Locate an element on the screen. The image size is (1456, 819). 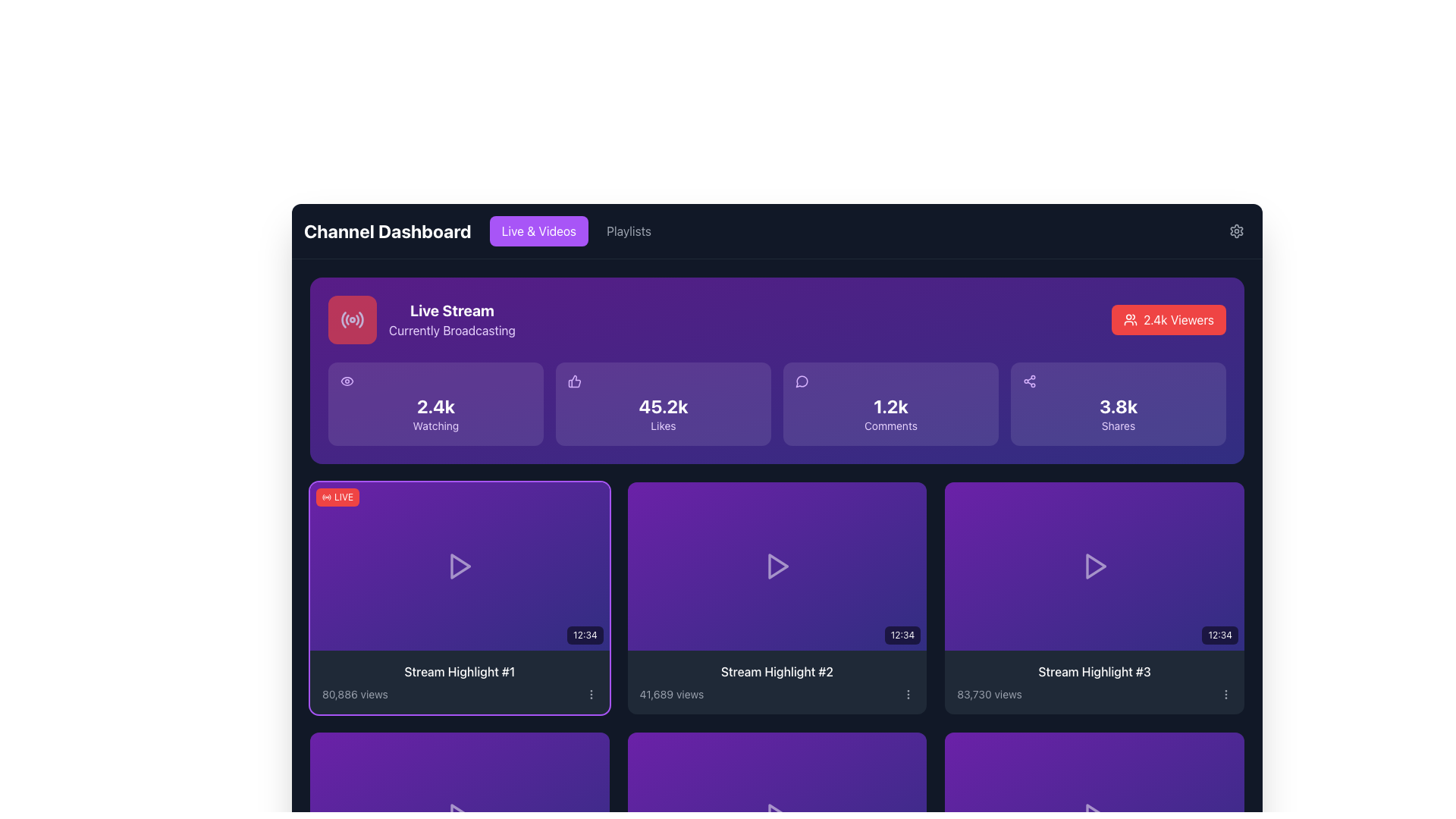
the vertical ellipsis icon located in the bottom-right section of the interface, next to '83,730 views' is located at coordinates (1226, 694).